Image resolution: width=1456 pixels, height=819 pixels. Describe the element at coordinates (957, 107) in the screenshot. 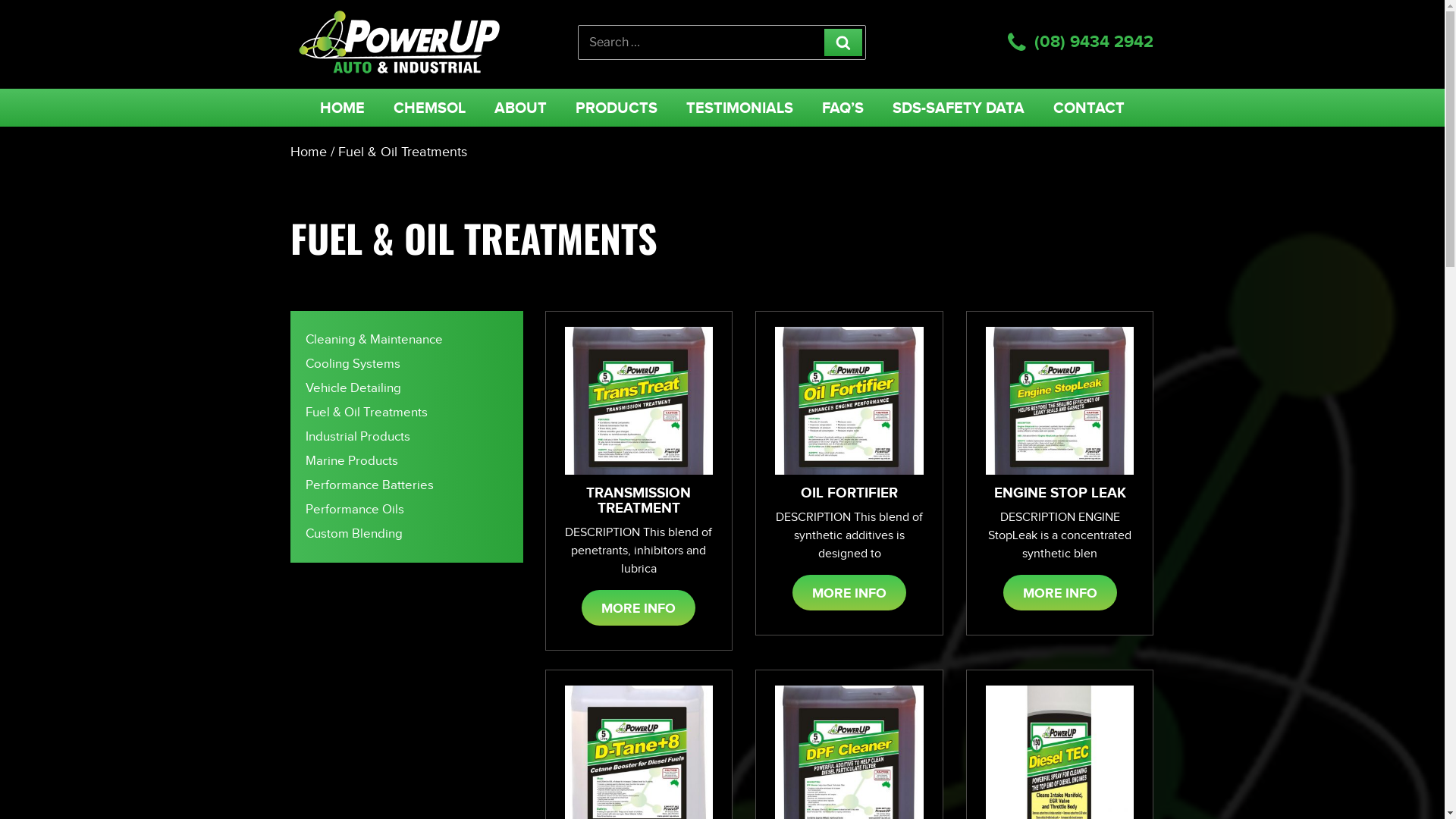

I see `'SDS-SAFETY DATA'` at that location.